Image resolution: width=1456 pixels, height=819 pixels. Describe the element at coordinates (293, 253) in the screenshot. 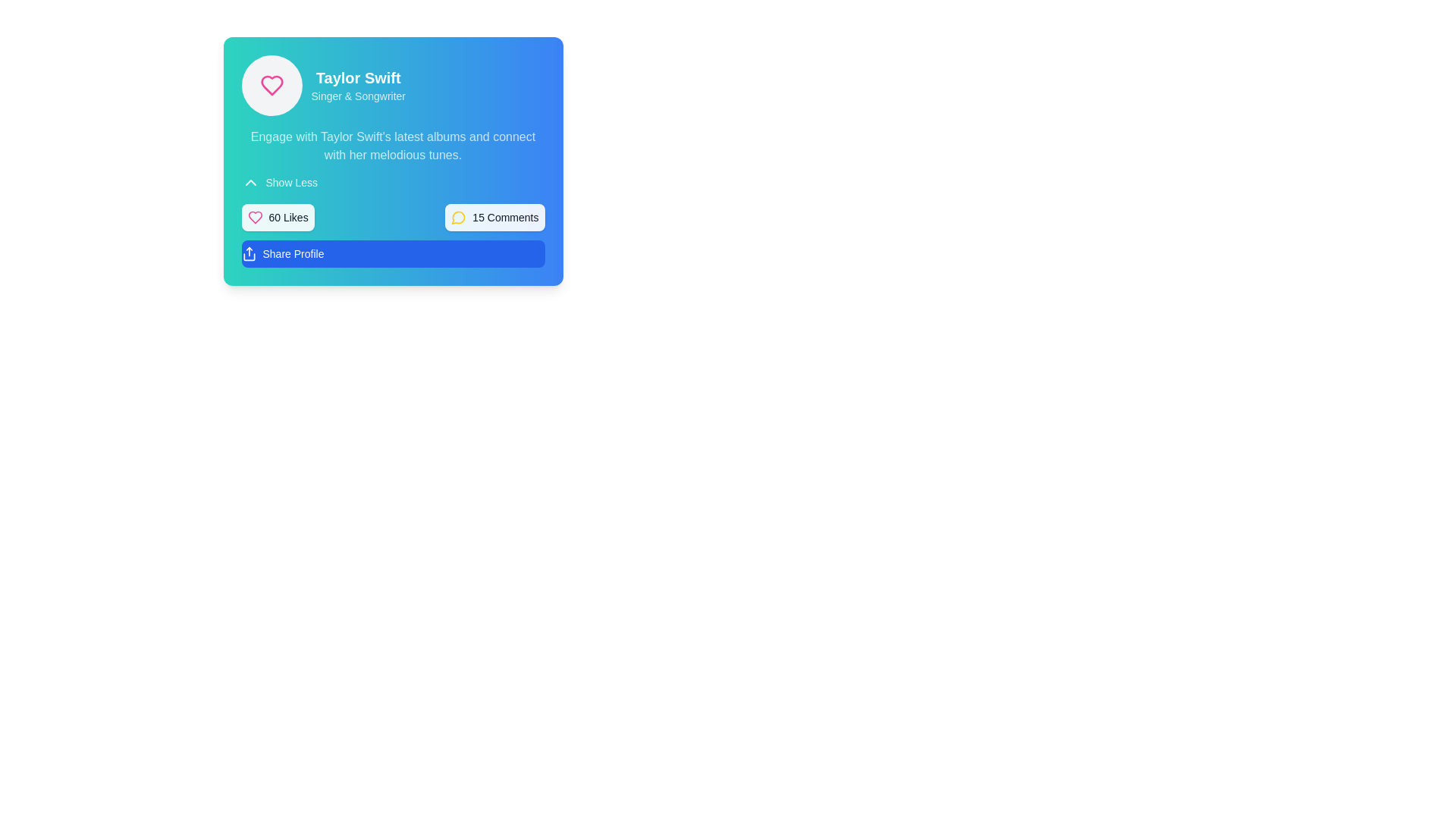

I see `the 'Share Profile' button, which is a blue button with rounded corners displaying white text, located in the lower section of the profile card interface` at that location.